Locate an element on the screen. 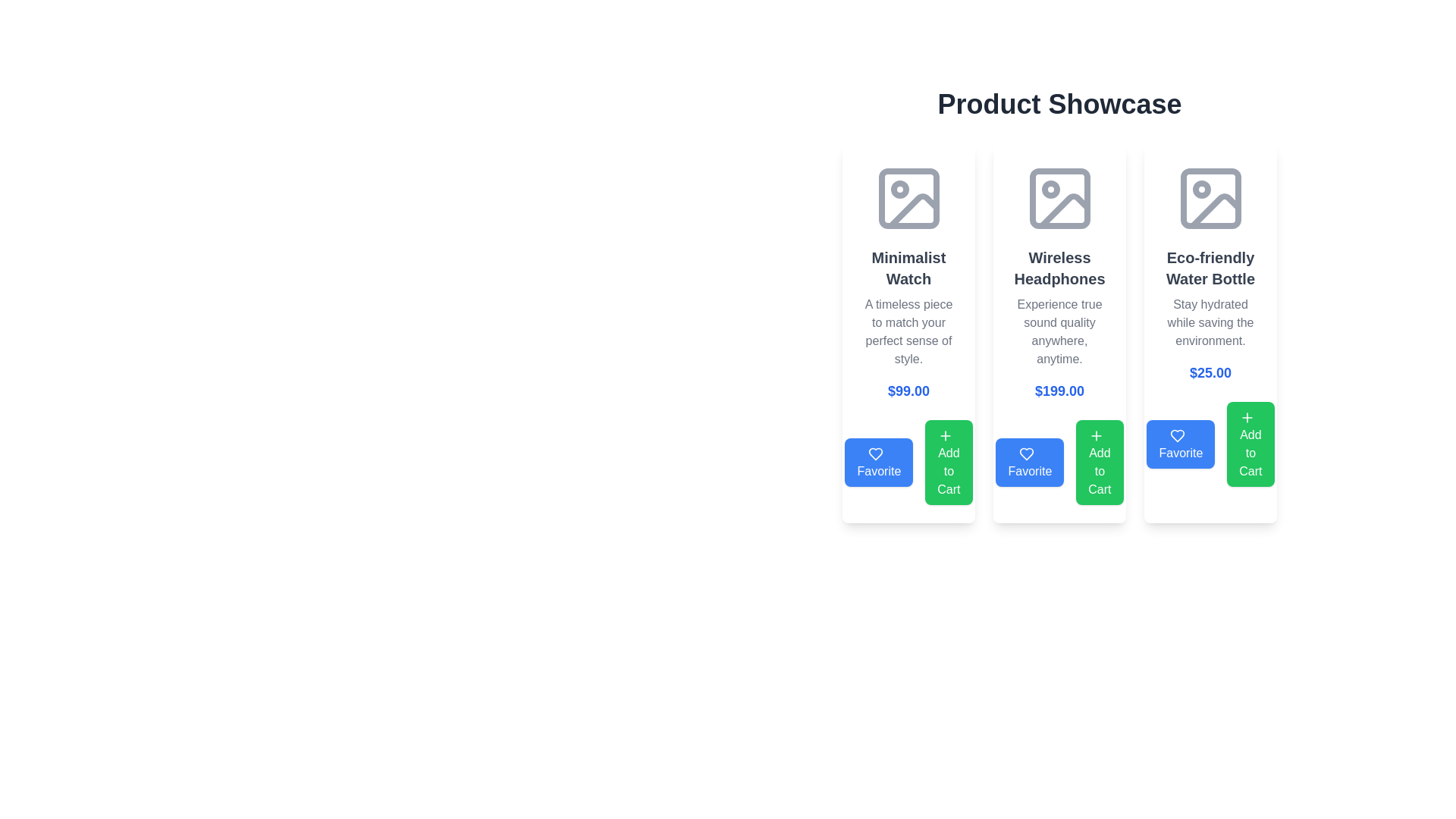 This screenshot has height=819, width=1456. the 'Add to Cart' icon located at the bottom right section of the product card, which is embedded inside a green button is located at coordinates (1247, 417).